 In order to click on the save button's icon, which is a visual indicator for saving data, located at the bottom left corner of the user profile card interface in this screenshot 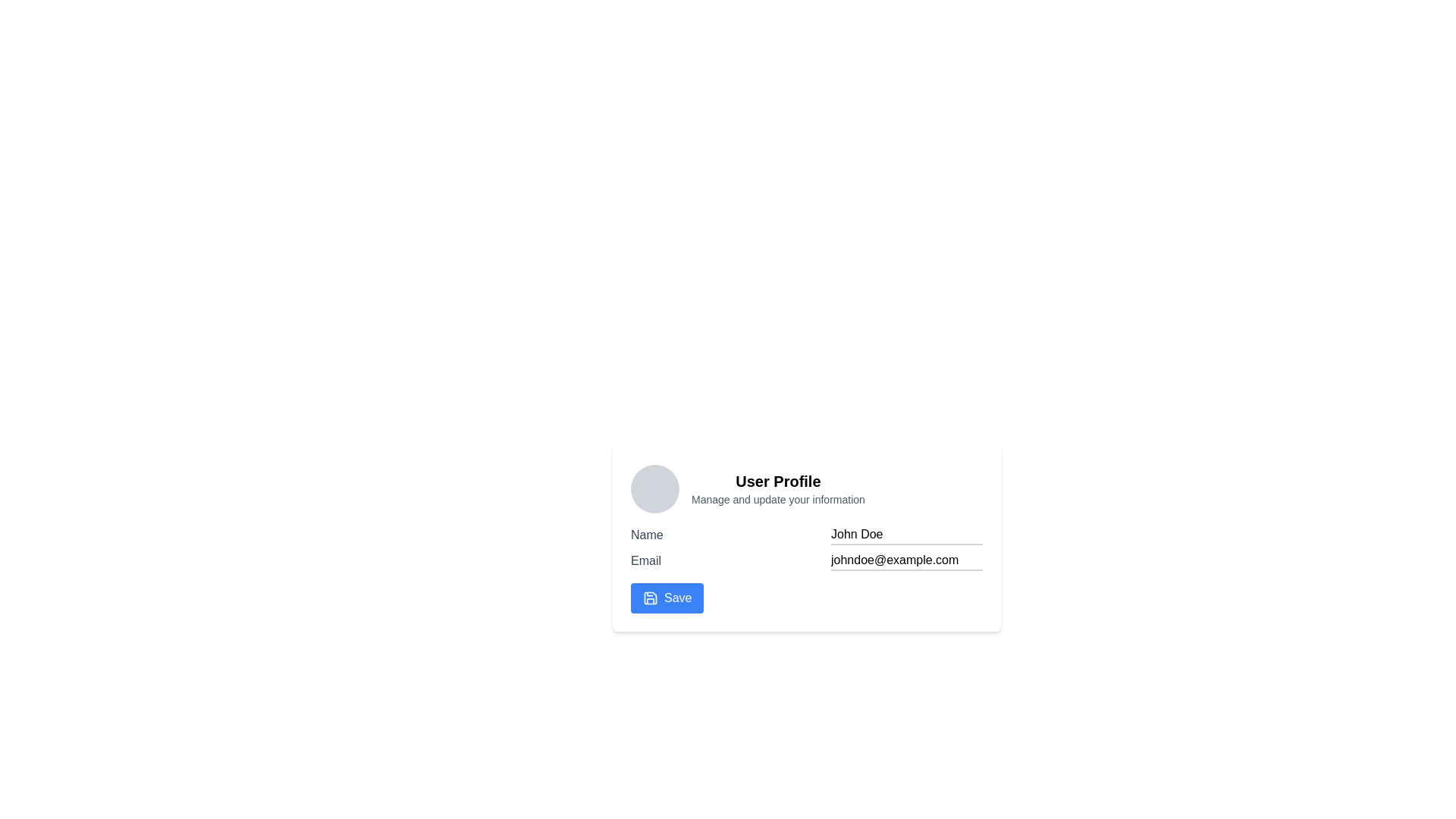, I will do `click(651, 598)`.